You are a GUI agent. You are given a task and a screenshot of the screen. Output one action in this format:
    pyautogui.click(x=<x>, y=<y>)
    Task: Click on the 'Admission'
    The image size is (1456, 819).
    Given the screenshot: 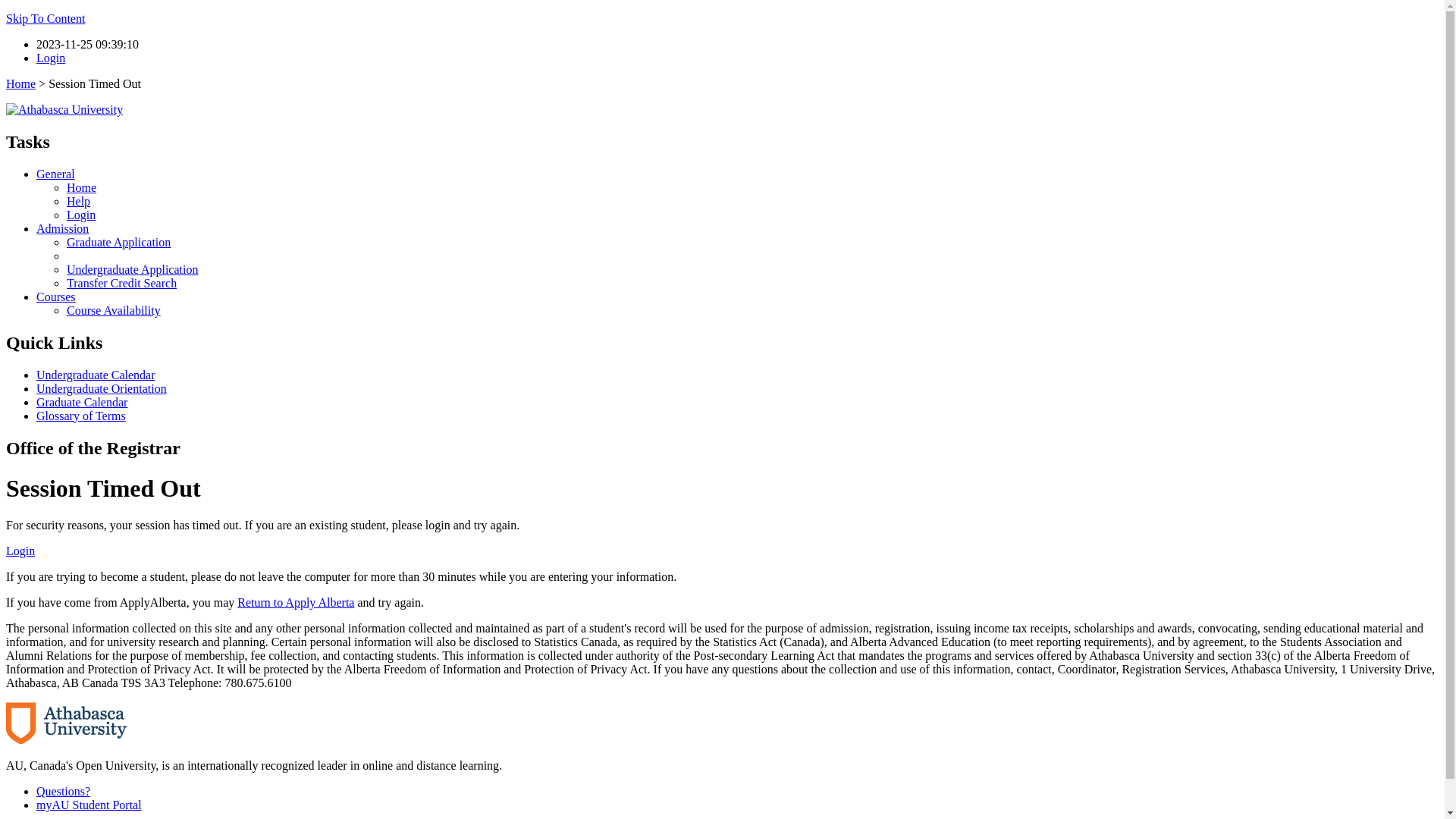 What is the action you would take?
    pyautogui.click(x=61, y=228)
    